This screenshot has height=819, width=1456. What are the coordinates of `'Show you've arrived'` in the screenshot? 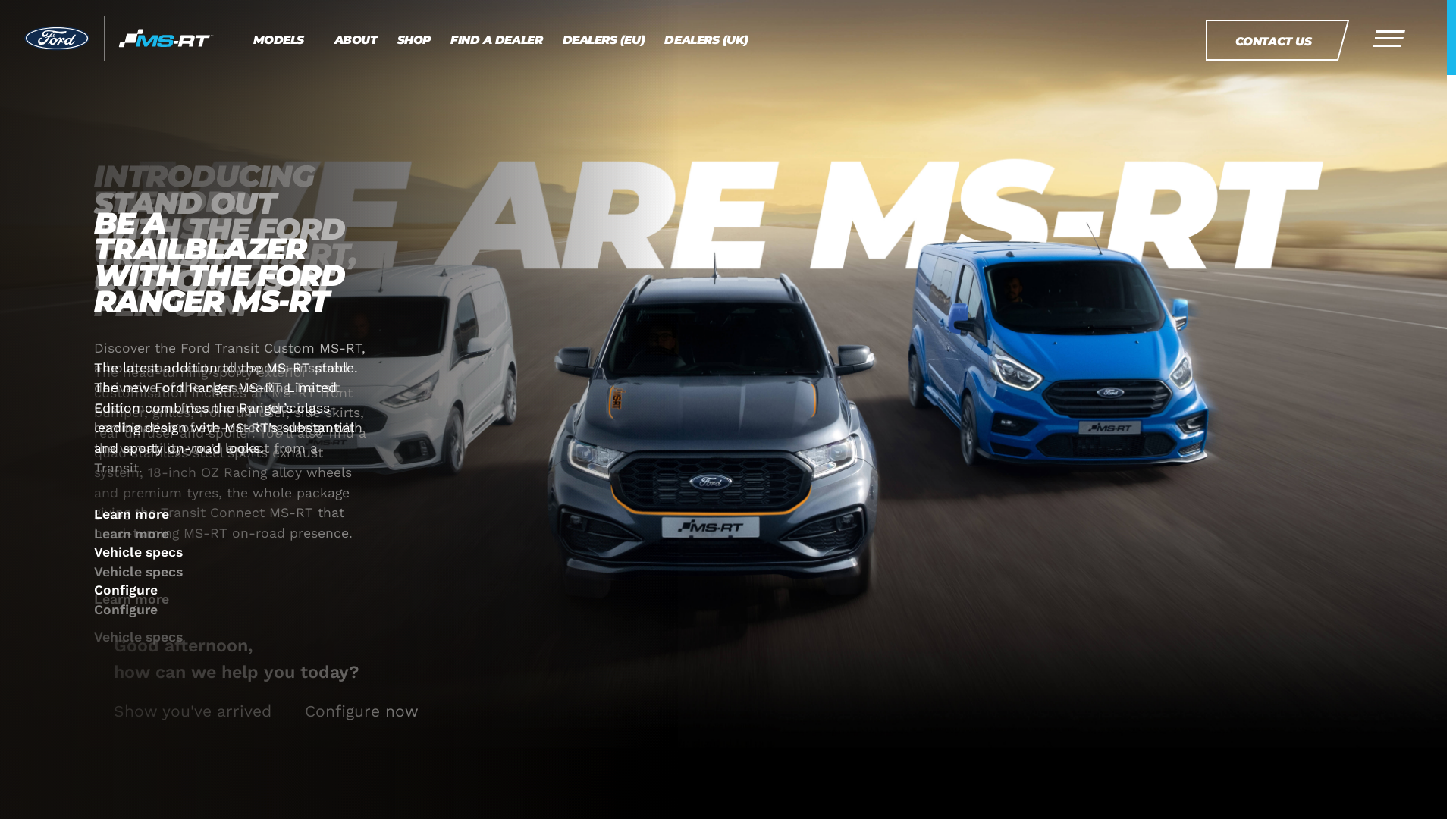 It's located at (192, 711).